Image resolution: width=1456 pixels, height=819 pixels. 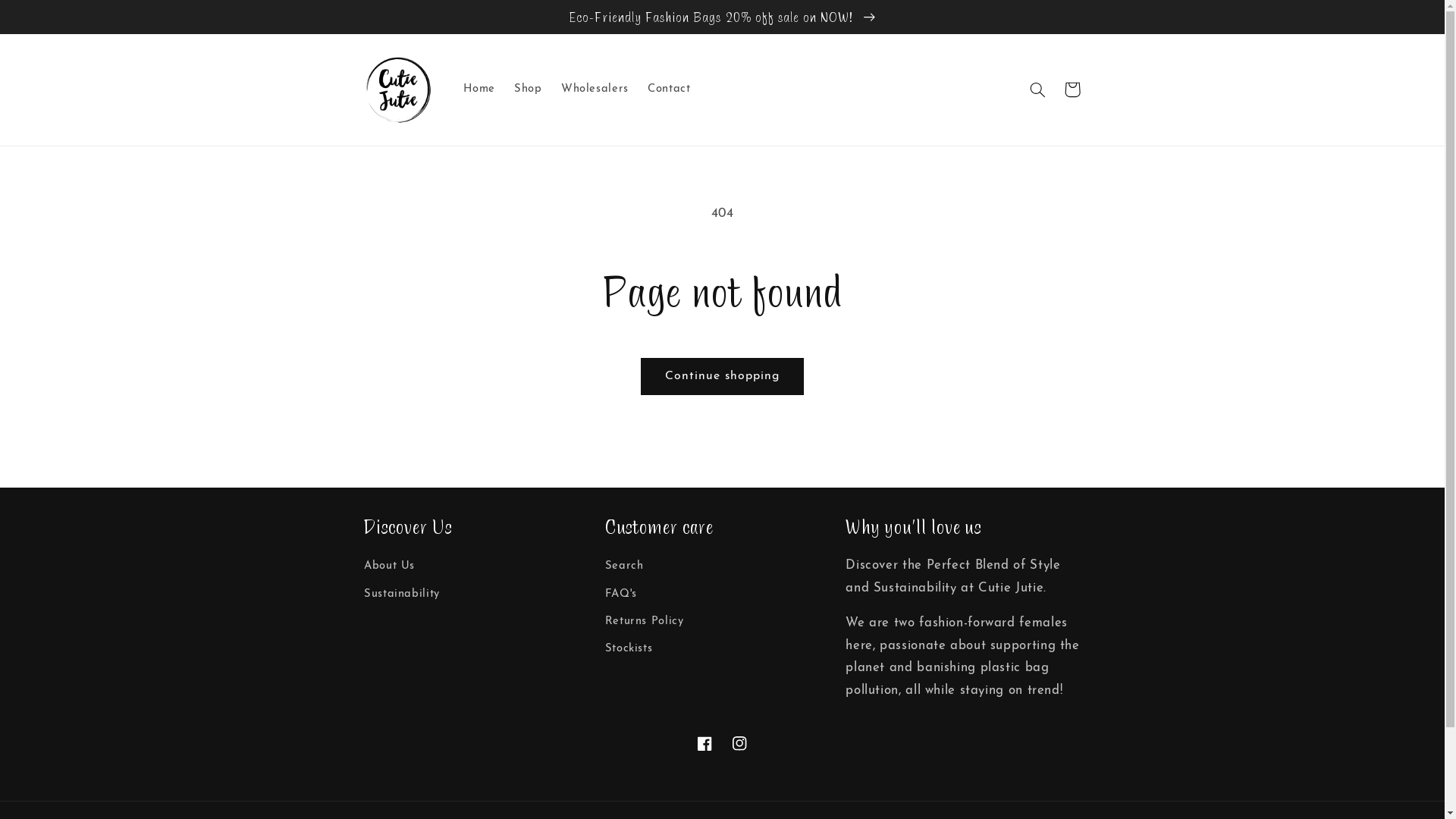 What do you see at coordinates (704, 742) in the screenshot?
I see `'Facebook'` at bounding box center [704, 742].